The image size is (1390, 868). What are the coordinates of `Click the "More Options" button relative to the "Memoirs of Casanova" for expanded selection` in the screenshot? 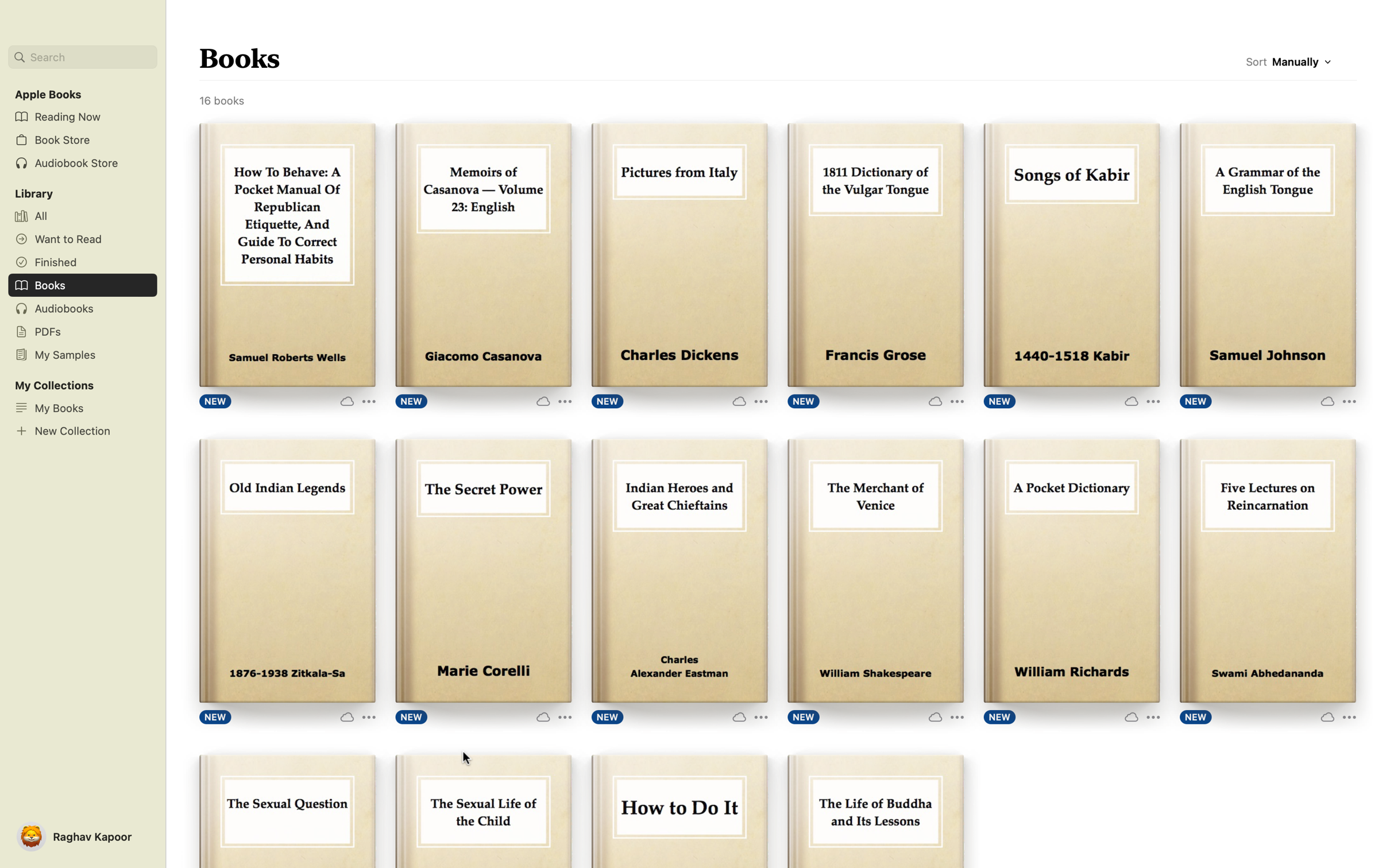 It's located at (550, 400).